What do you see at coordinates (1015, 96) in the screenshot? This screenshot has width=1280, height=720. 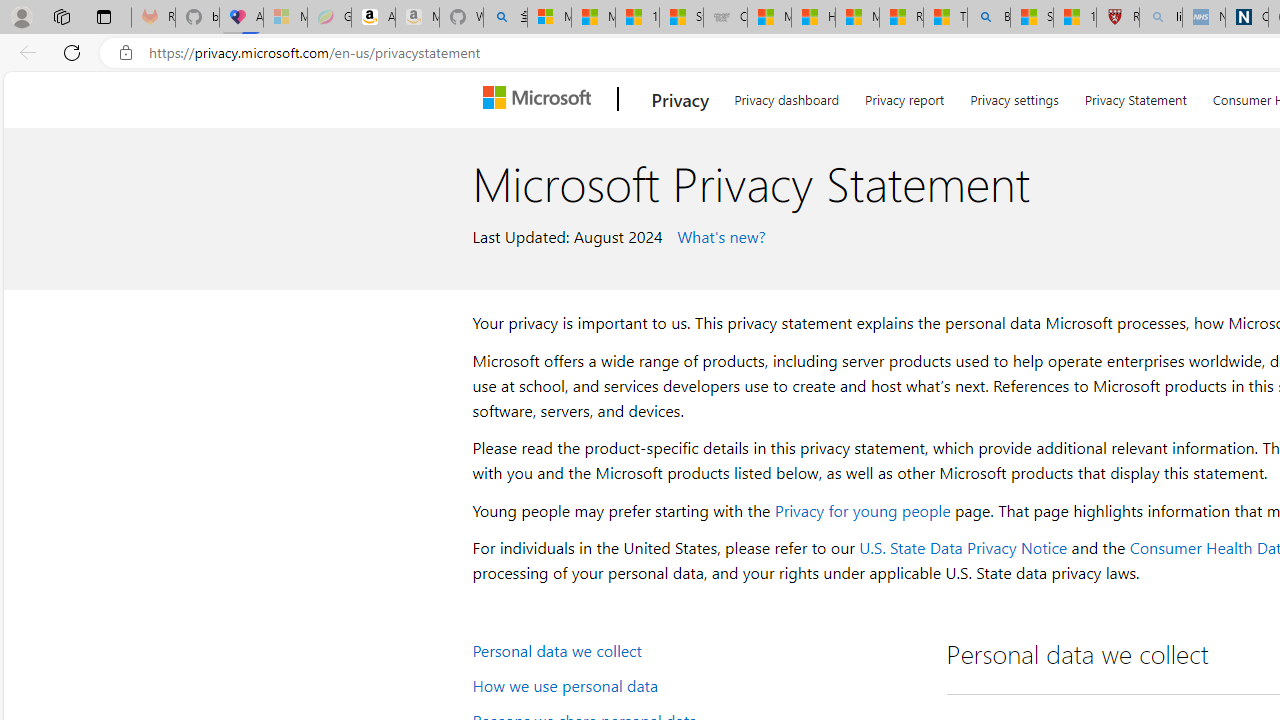 I see `'Privacy settings'` at bounding box center [1015, 96].